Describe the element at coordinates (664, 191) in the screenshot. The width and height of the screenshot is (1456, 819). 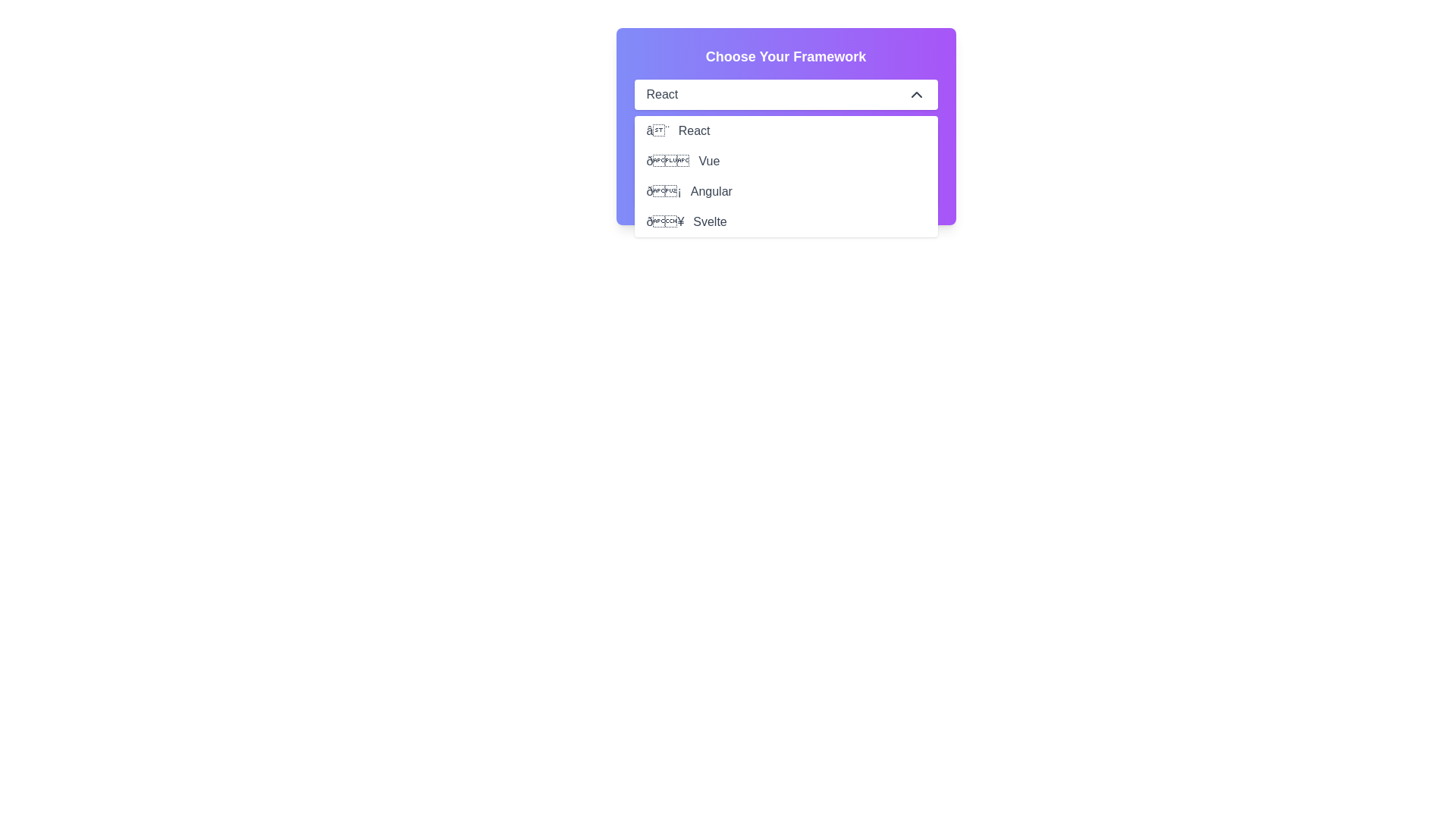
I see `the emoji icon "💡" located to the left of the text label "Angular" in the dropdown menu` at that location.